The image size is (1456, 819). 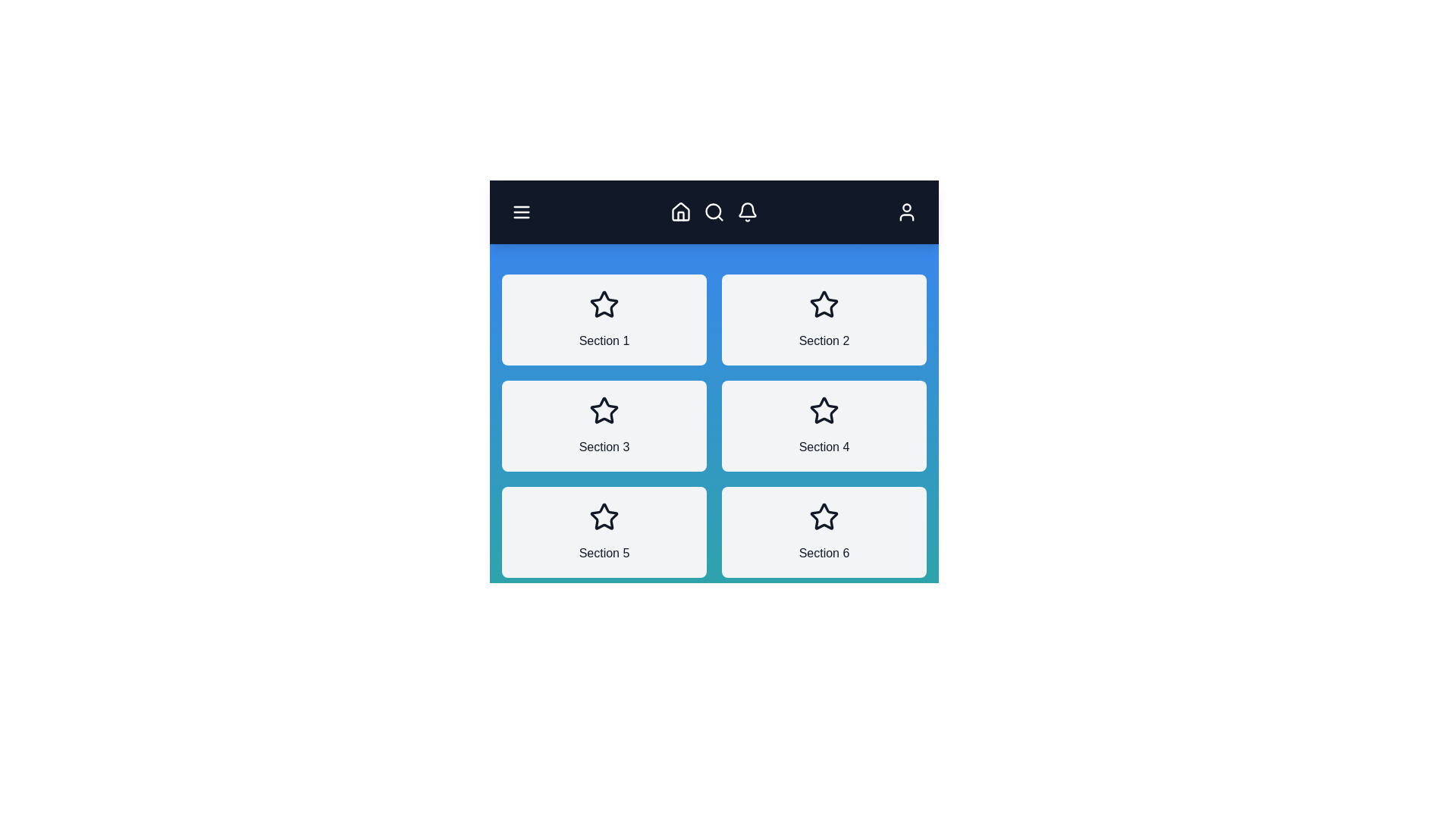 I want to click on the section labeled Section 5 to view its details, so click(x=603, y=532).